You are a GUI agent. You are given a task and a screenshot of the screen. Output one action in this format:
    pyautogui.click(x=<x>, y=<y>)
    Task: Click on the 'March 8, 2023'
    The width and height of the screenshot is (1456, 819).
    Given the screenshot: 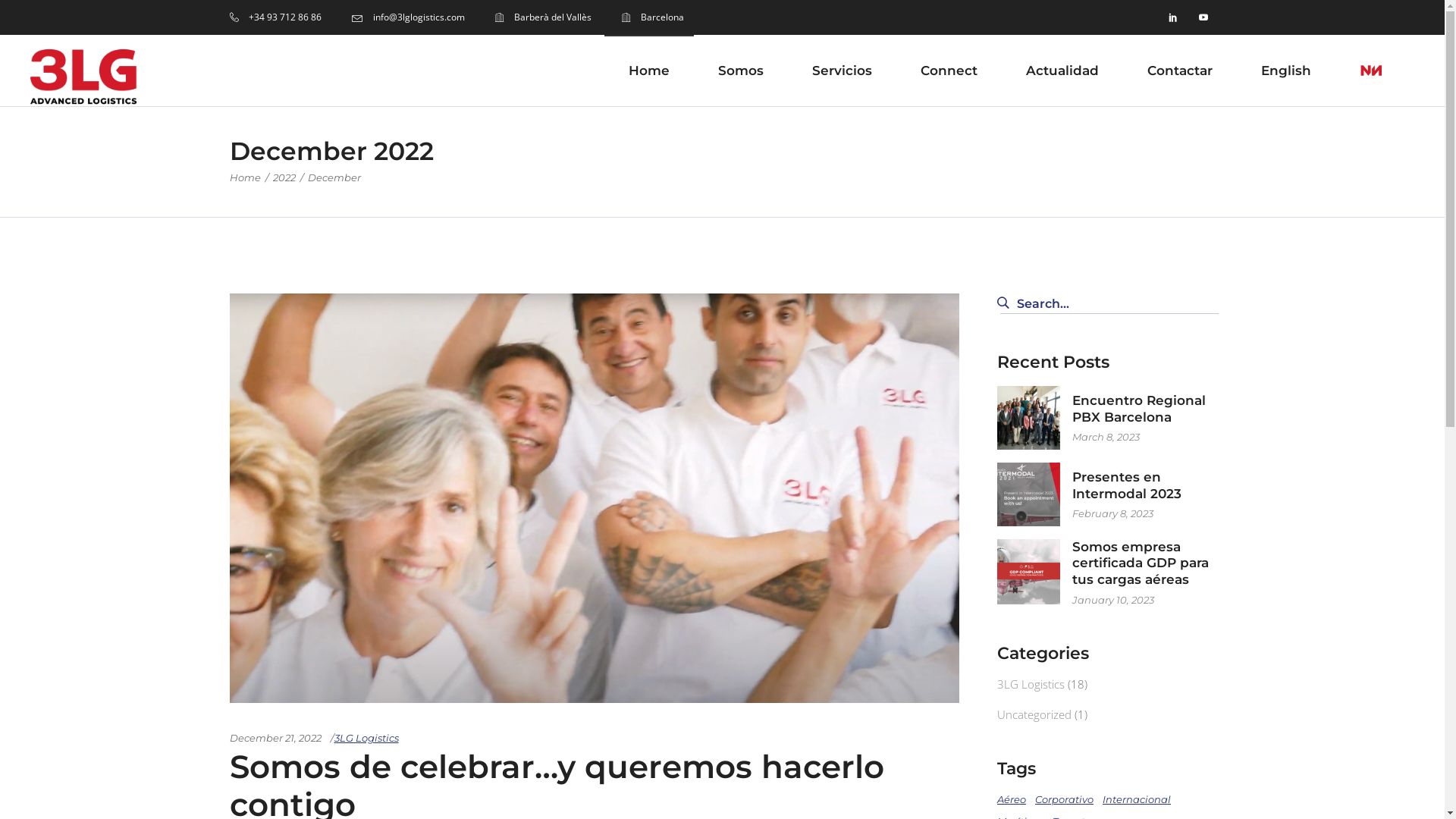 What is the action you would take?
    pyautogui.click(x=1106, y=436)
    